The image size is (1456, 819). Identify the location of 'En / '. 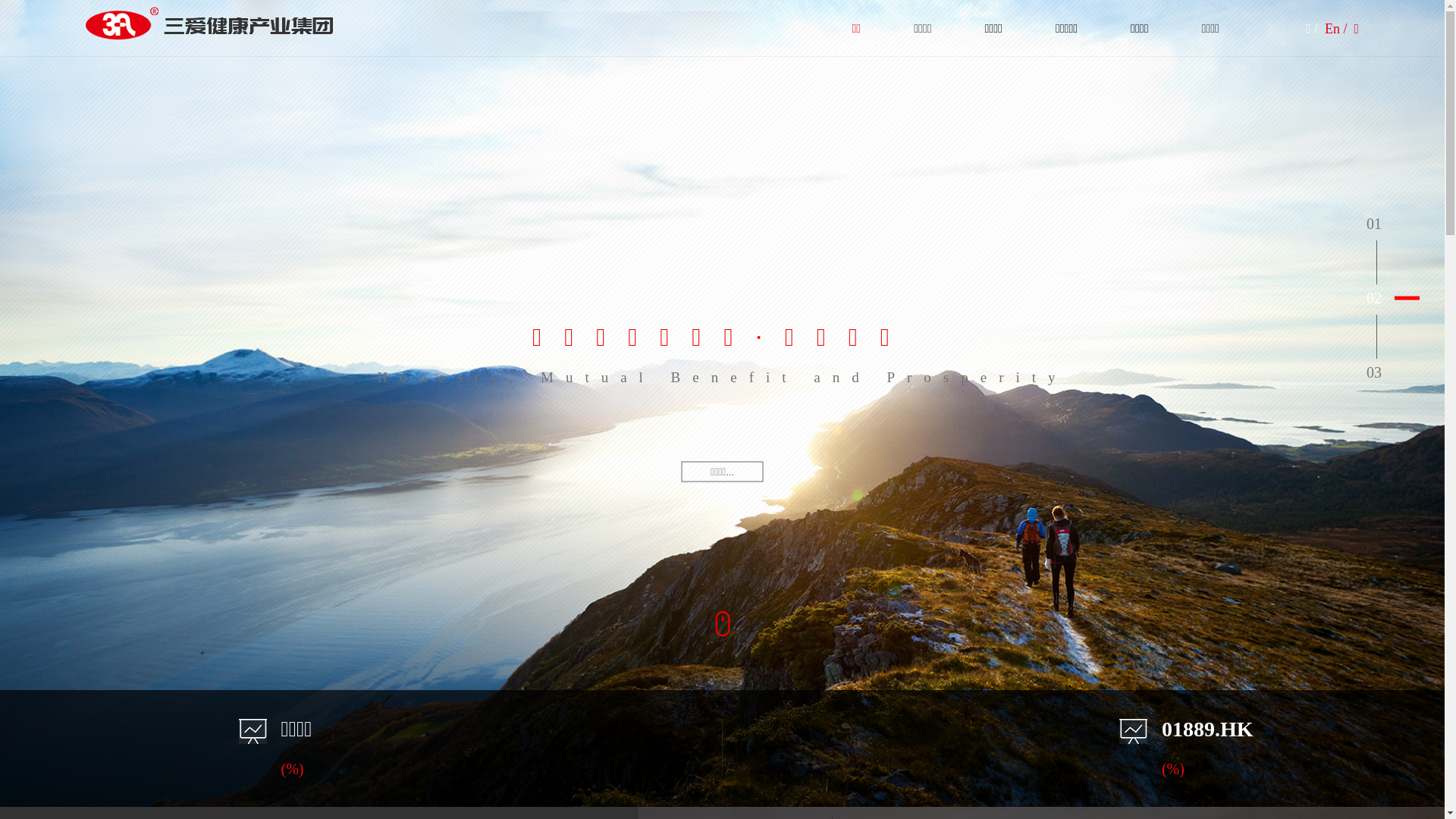
(1337, 29).